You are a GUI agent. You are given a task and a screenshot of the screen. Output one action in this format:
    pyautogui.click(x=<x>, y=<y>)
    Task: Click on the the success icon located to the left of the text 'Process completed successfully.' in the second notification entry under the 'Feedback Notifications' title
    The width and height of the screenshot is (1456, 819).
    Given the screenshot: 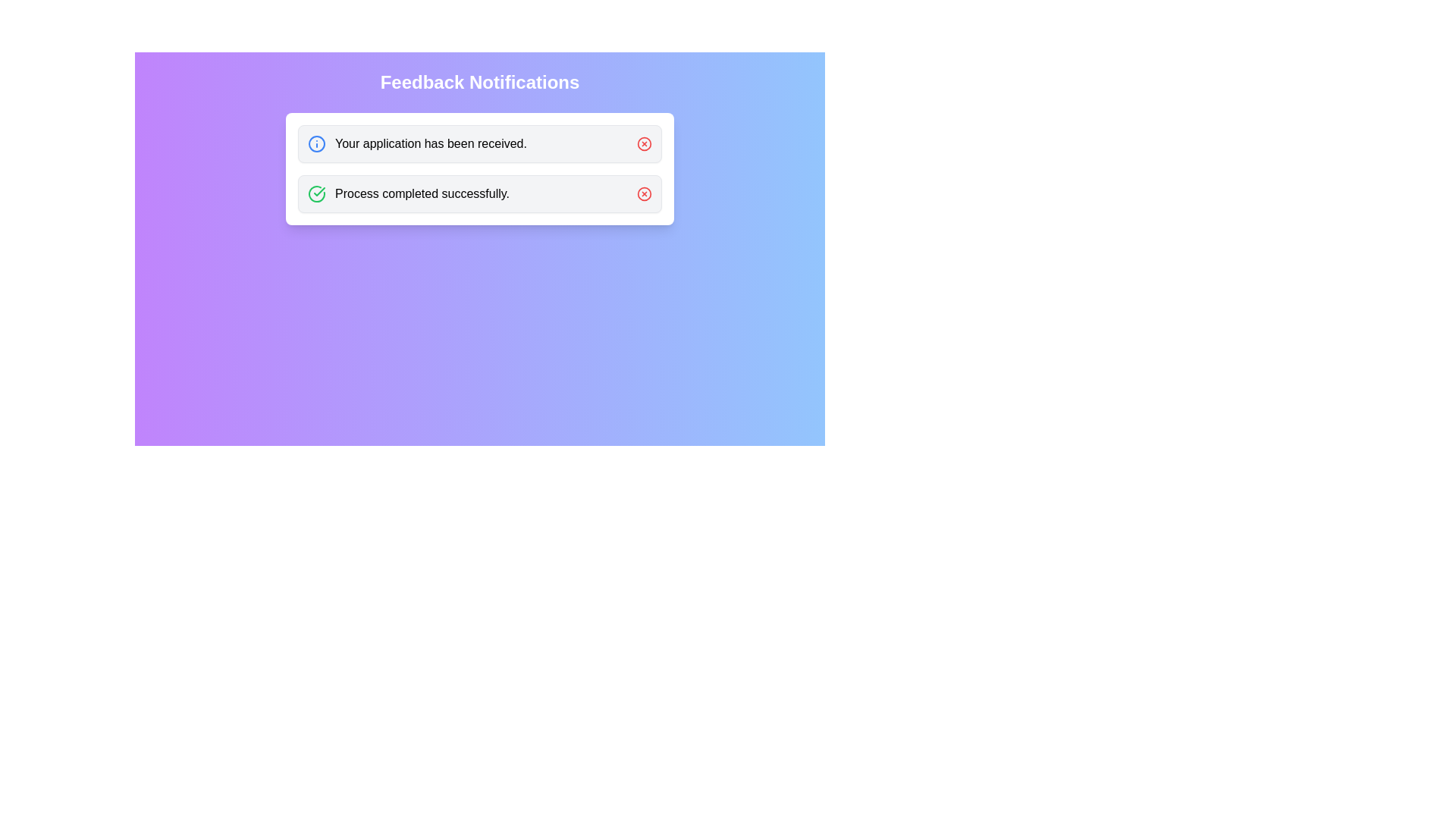 What is the action you would take?
    pyautogui.click(x=315, y=193)
    